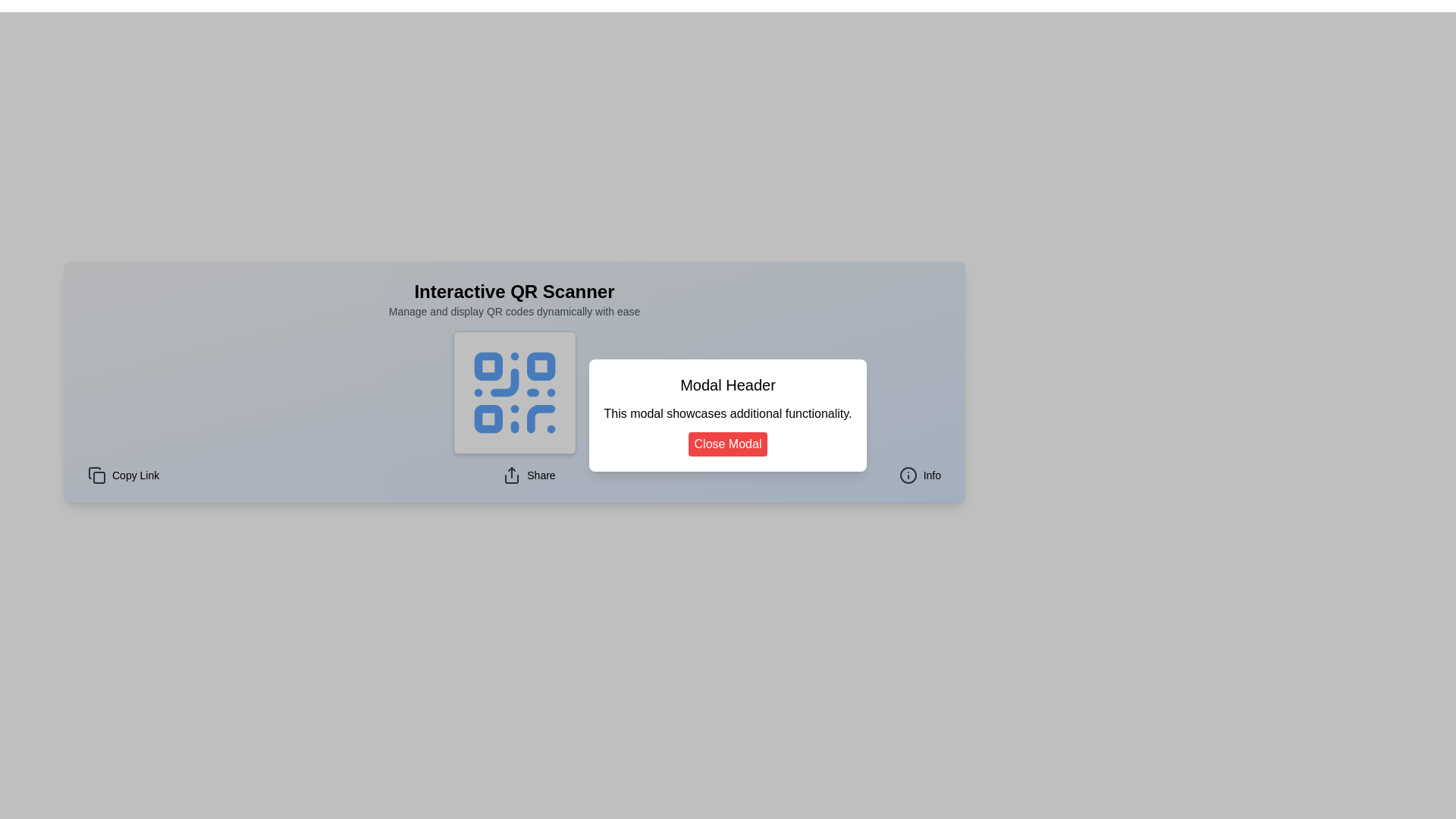 The image size is (1456, 819). I want to click on the 'Share' button in the Toolbar element, which is located at the bottom of the central panel, so click(514, 475).